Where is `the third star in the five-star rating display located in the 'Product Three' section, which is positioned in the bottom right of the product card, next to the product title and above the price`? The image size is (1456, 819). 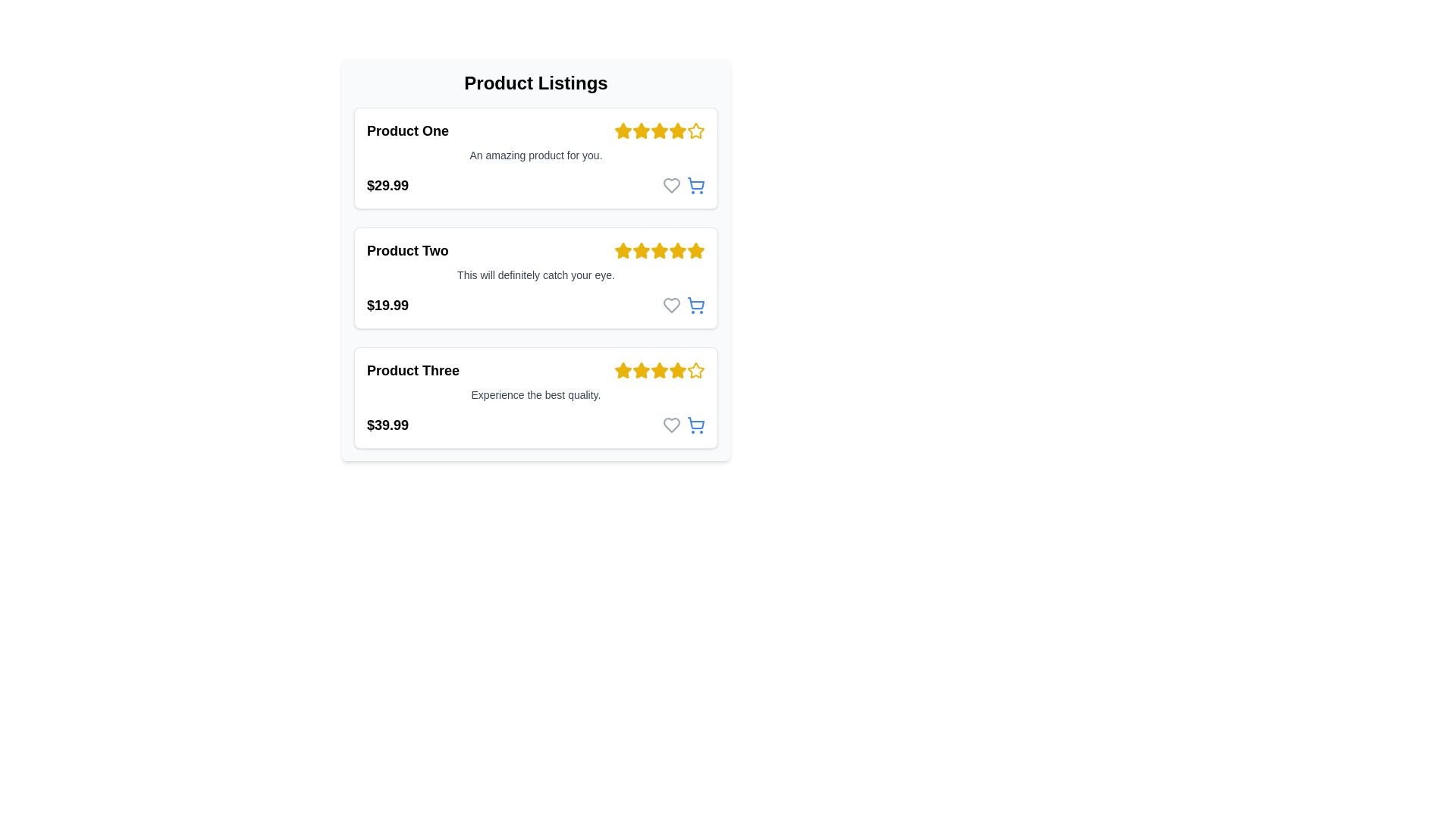
the third star in the five-star rating display located in the 'Product Three' section, which is positioned in the bottom right of the product card, next to the product title and above the price is located at coordinates (659, 371).